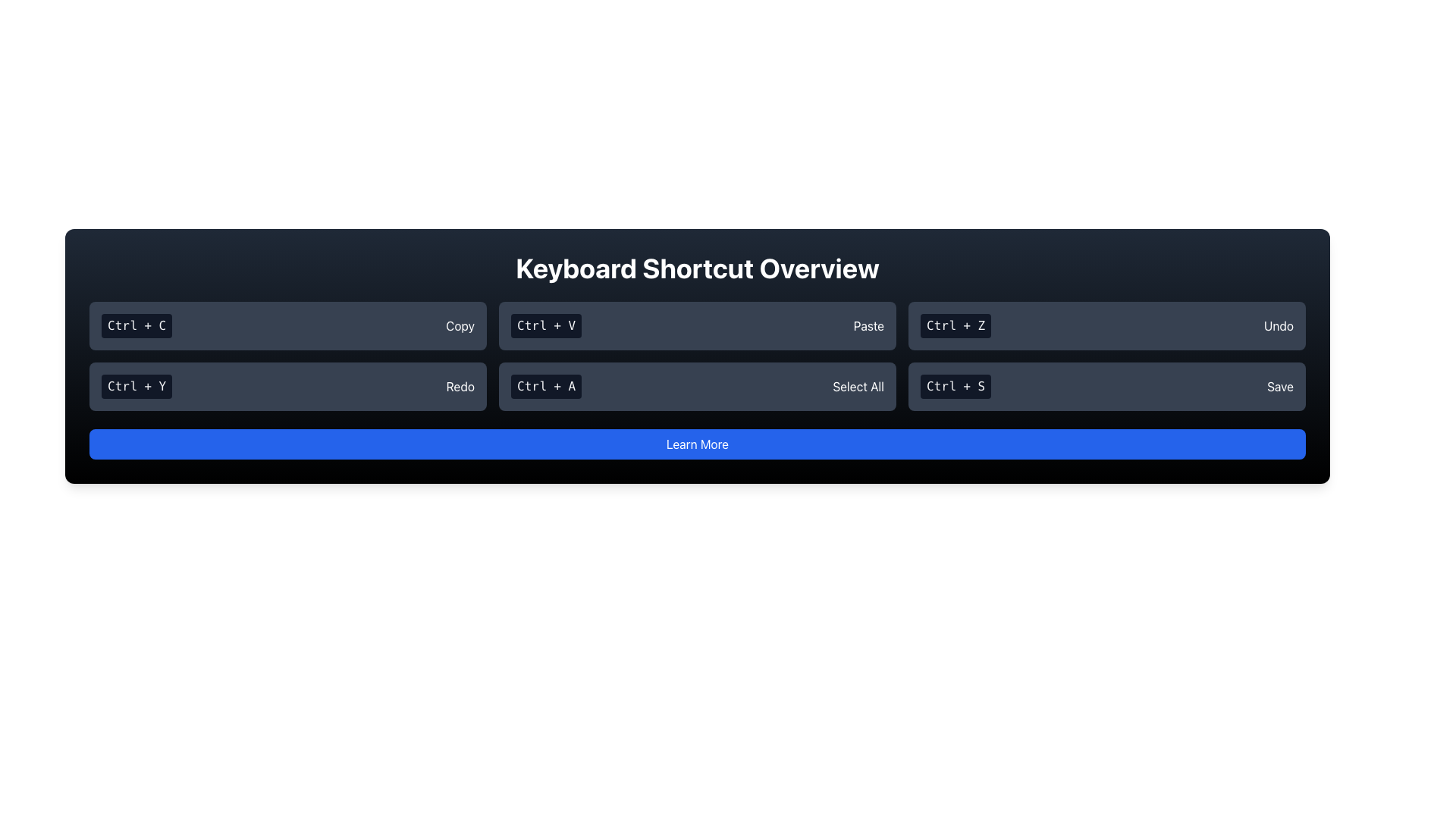 The width and height of the screenshot is (1456, 819). Describe the element at coordinates (546, 325) in the screenshot. I see `the small pill-shaped Text Label displaying 'Ctrl + V' in a monospace font, which has a dark gray background and light gray text` at that location.